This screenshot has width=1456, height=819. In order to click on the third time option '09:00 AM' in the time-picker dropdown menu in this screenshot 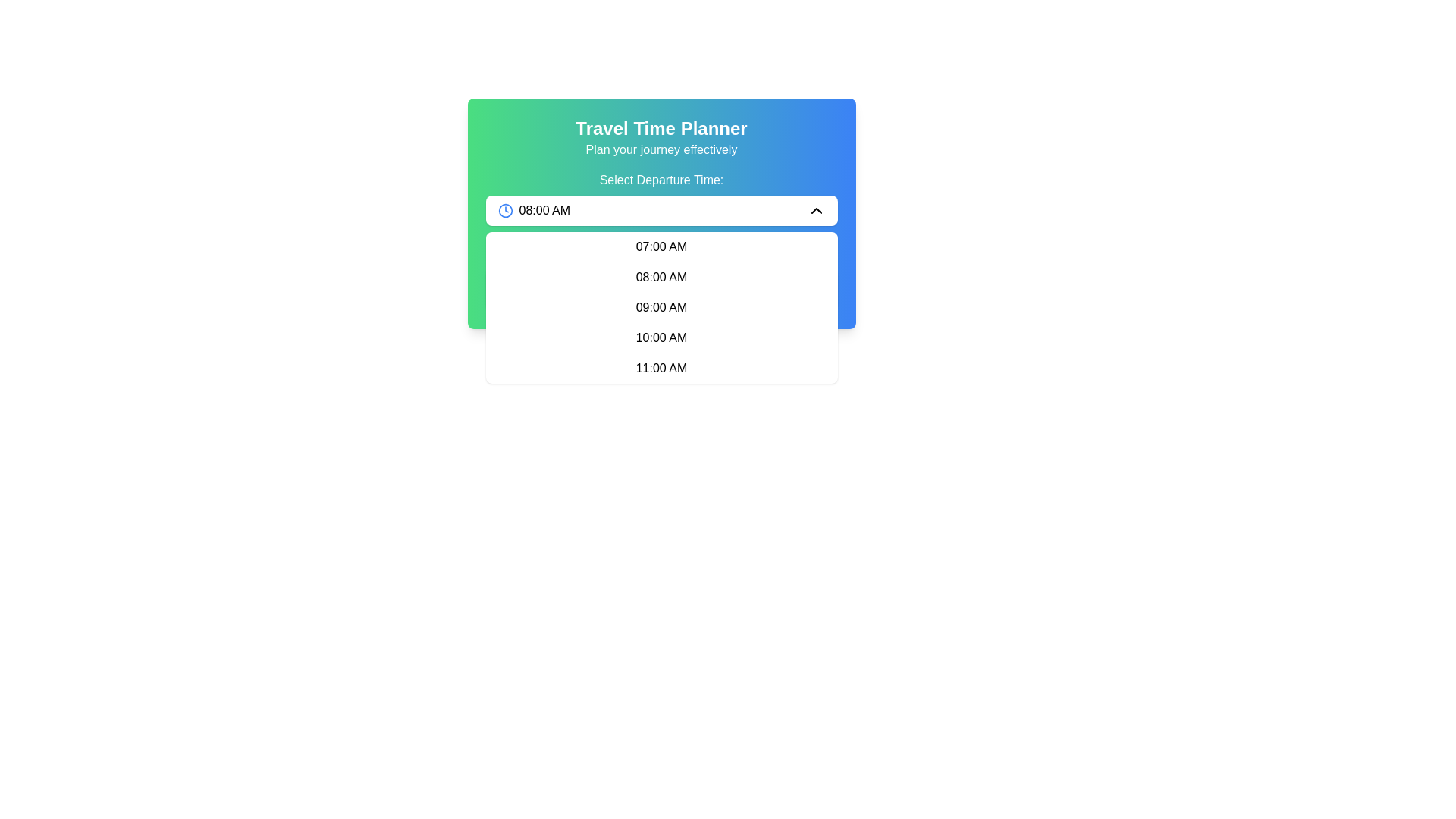, I will do `click(661, 307)`.